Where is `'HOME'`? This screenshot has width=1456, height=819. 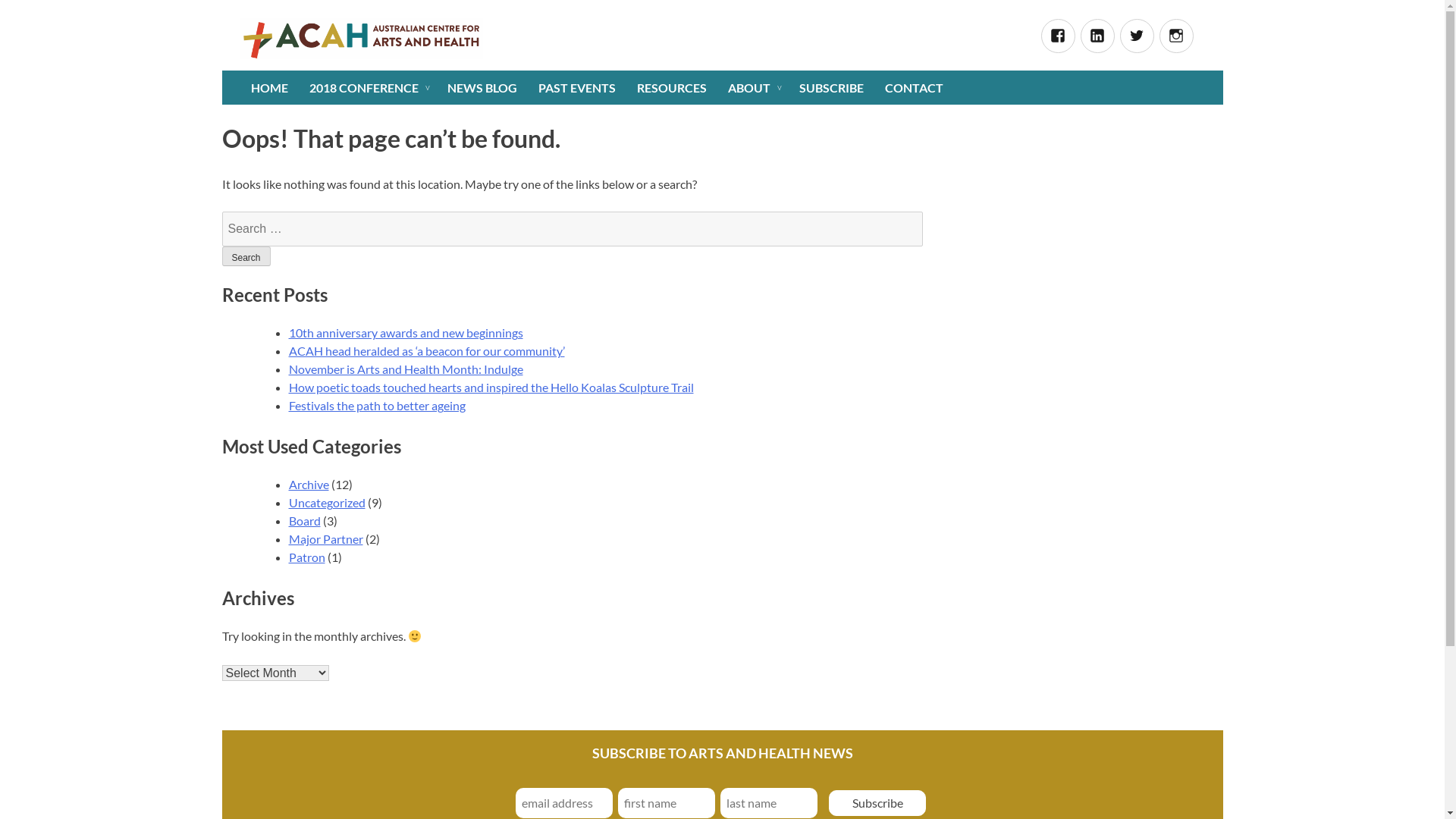 'HOME' is located at coordinates (268, 87).